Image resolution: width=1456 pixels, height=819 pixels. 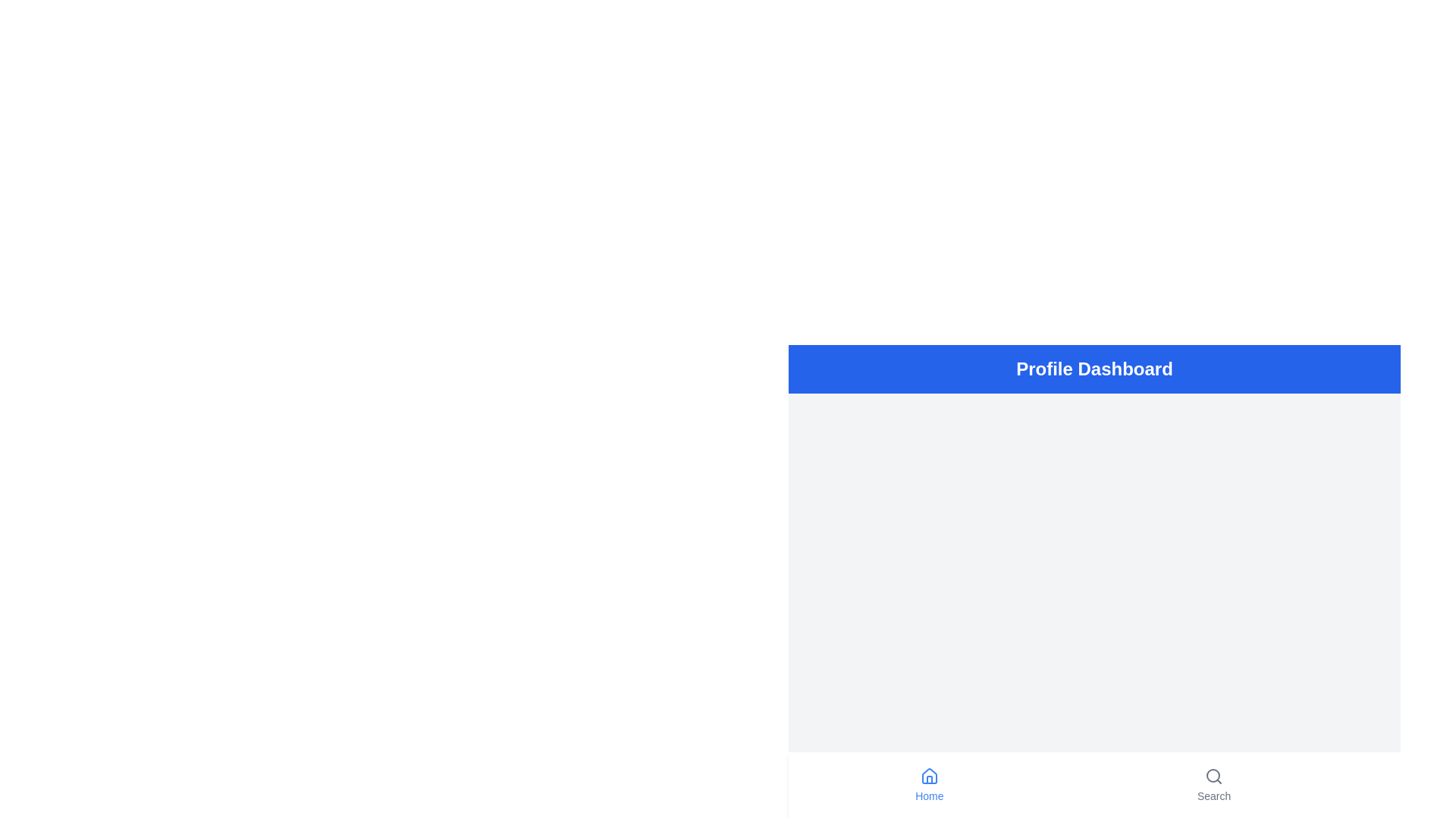 I want to click on the 'Search' section text label located in the bottom navigation bar, positioned to the right of the 'Home' section icon and label, so click(x=1214, y=795).